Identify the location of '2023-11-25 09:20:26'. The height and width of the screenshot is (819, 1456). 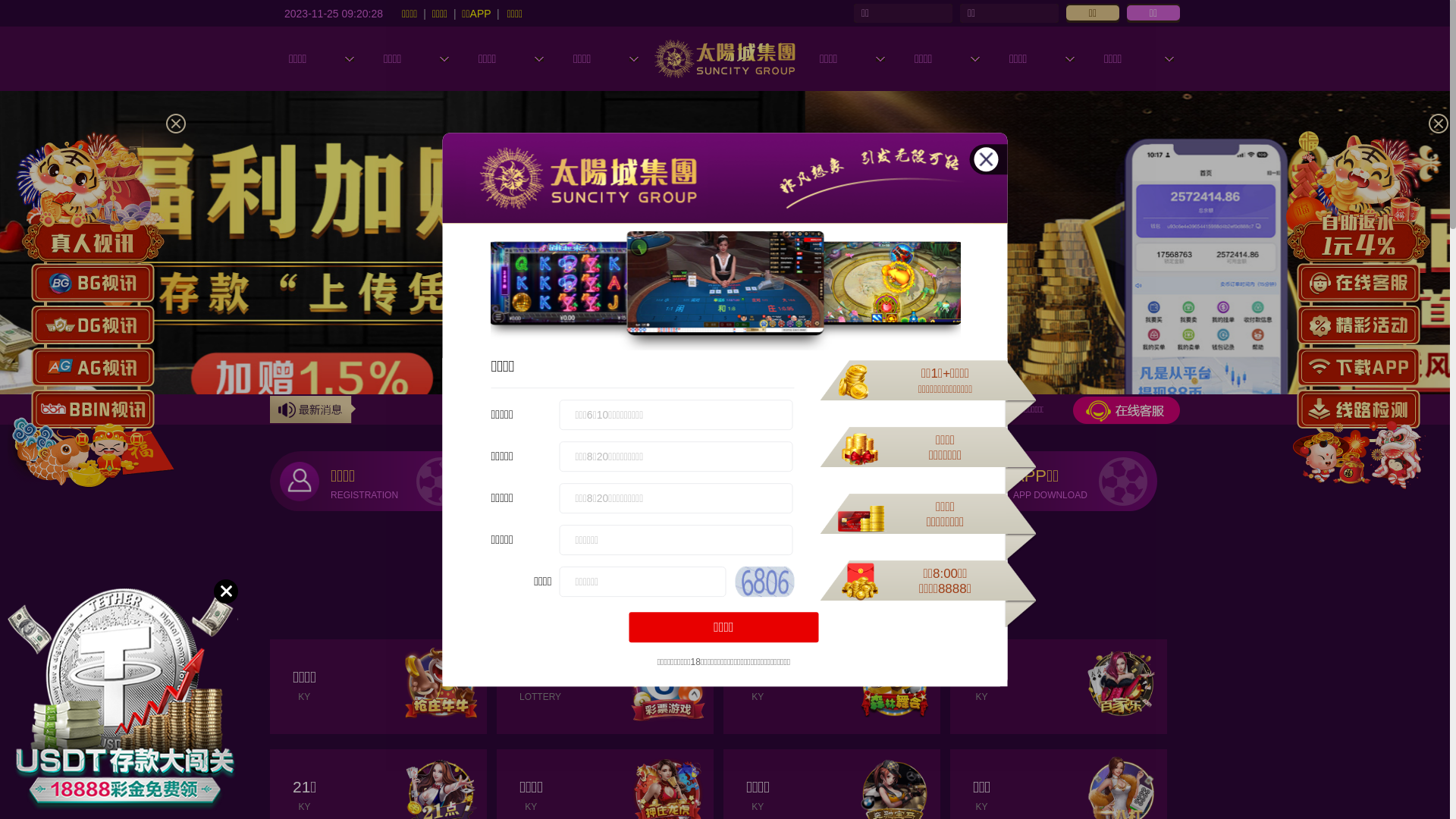
(333, 12).